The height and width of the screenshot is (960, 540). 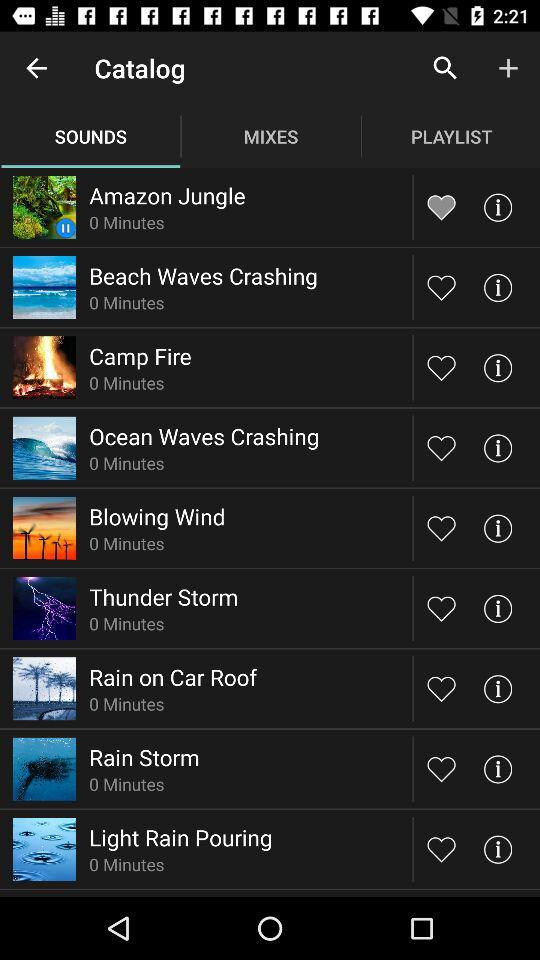 I want to click on the item above sounds item, so click(x=36, y=68).